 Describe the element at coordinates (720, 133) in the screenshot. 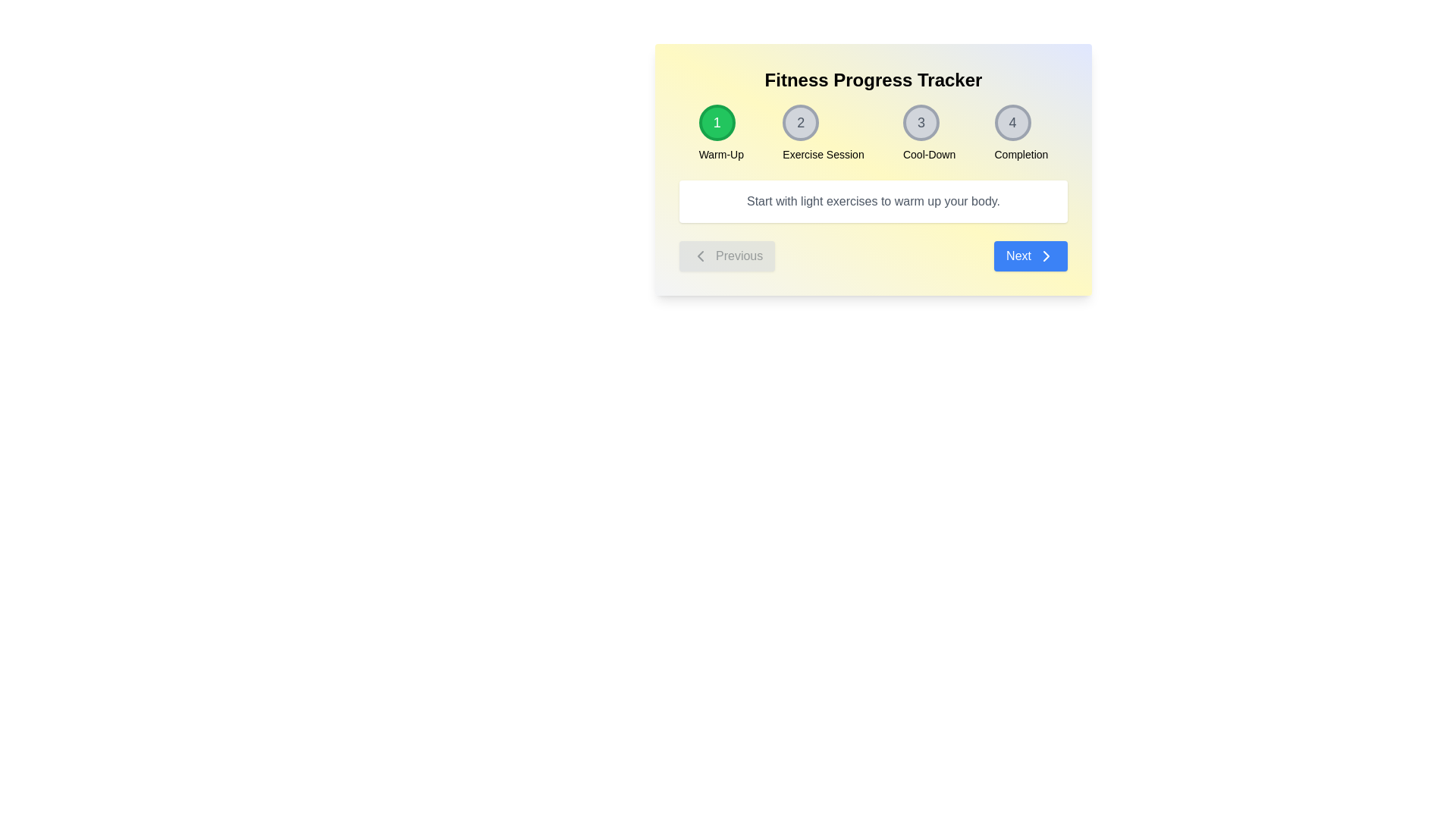

I see `the first step indicator component representing the 'Warm-Up' phase in the fitness program, located at the far left of the step indicator system` at that location.